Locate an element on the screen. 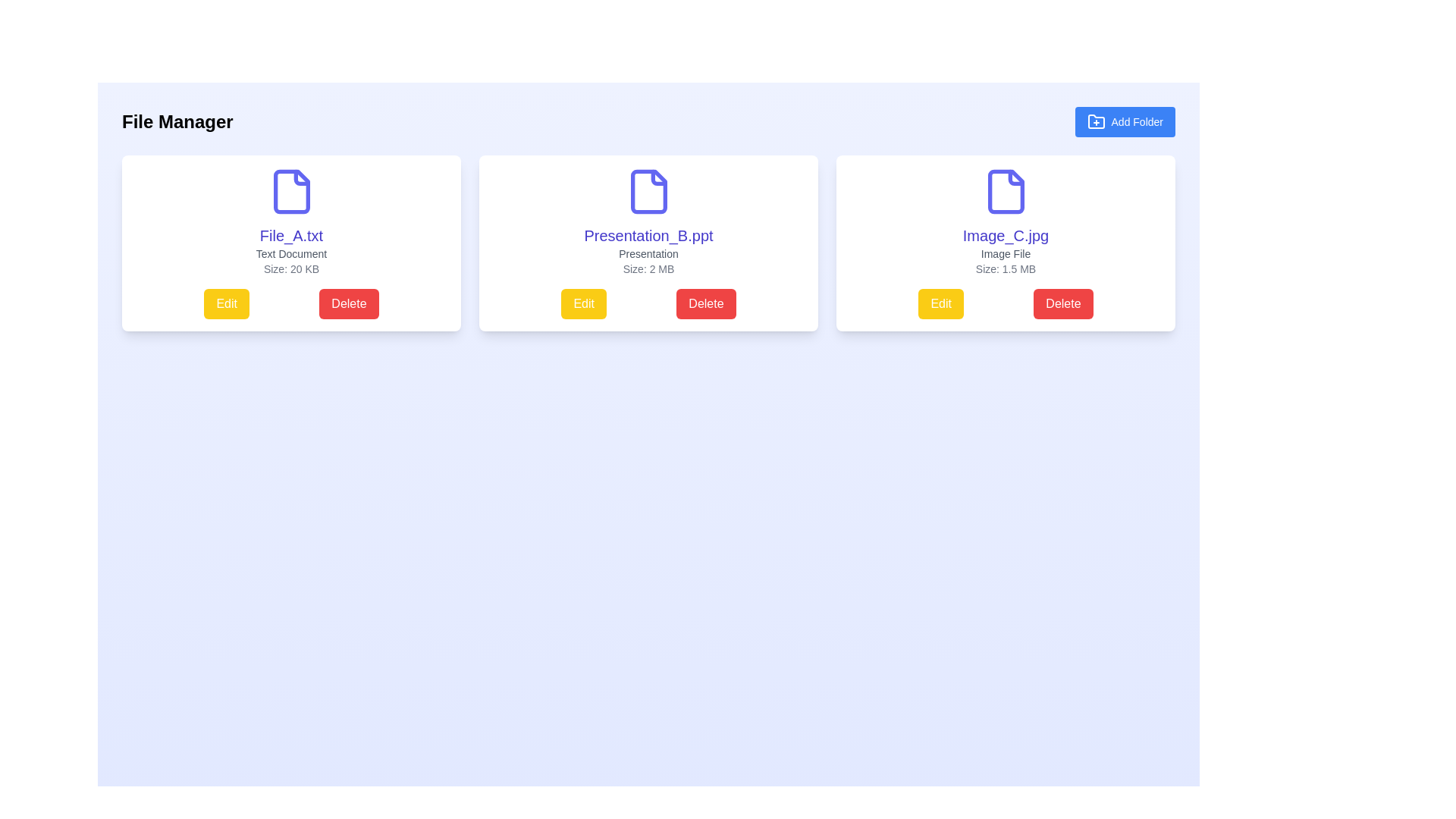 The height and width of the screenshot is (819, 1456). the static text label displaying 'File_A.txt' to trigger a visual highlight or tooltip is located at coordinates (291, 236).